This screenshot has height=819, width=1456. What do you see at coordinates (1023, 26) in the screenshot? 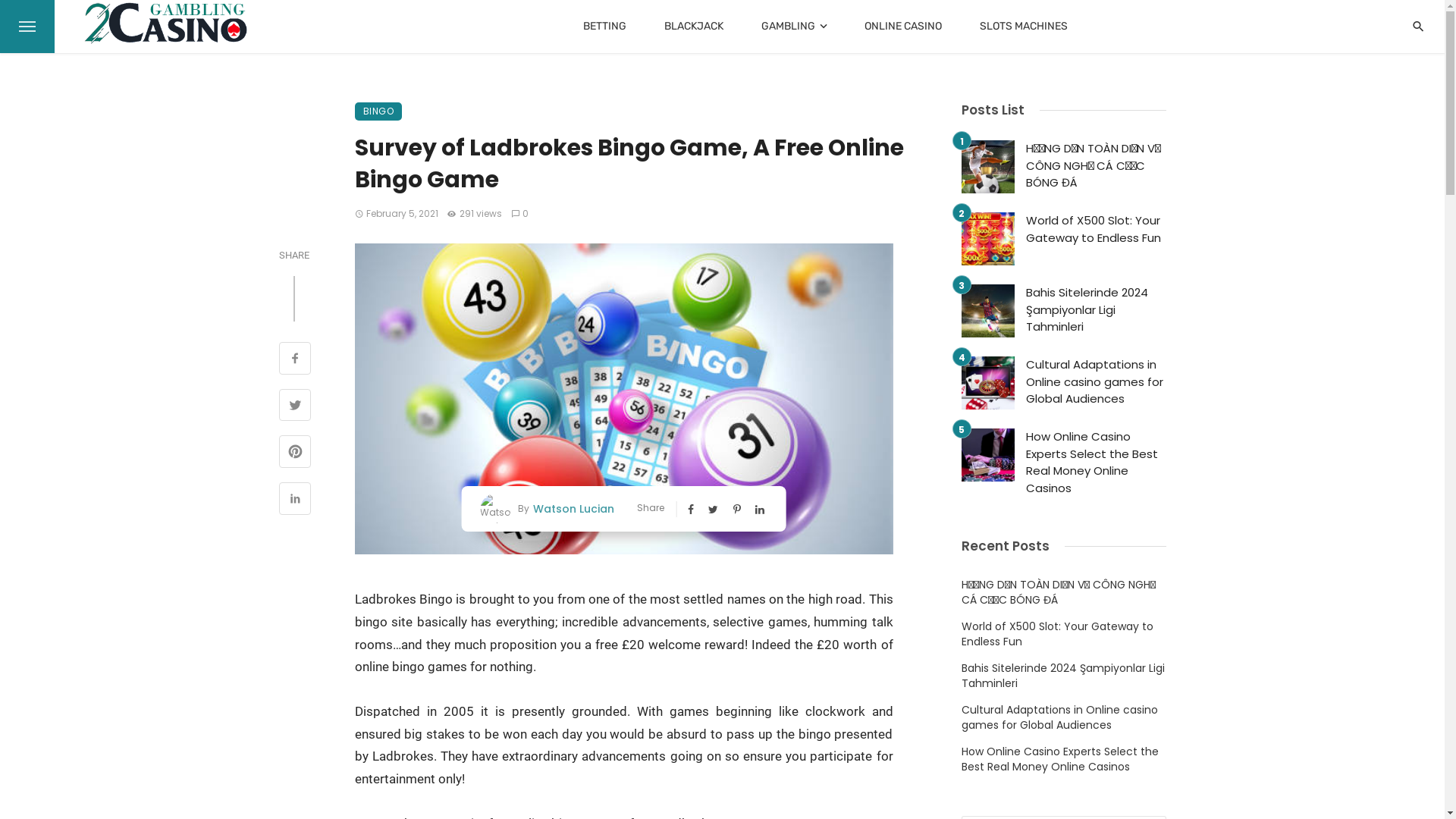
I see `'SLOTS MACHINES'` at bounding box center [1023, 26].